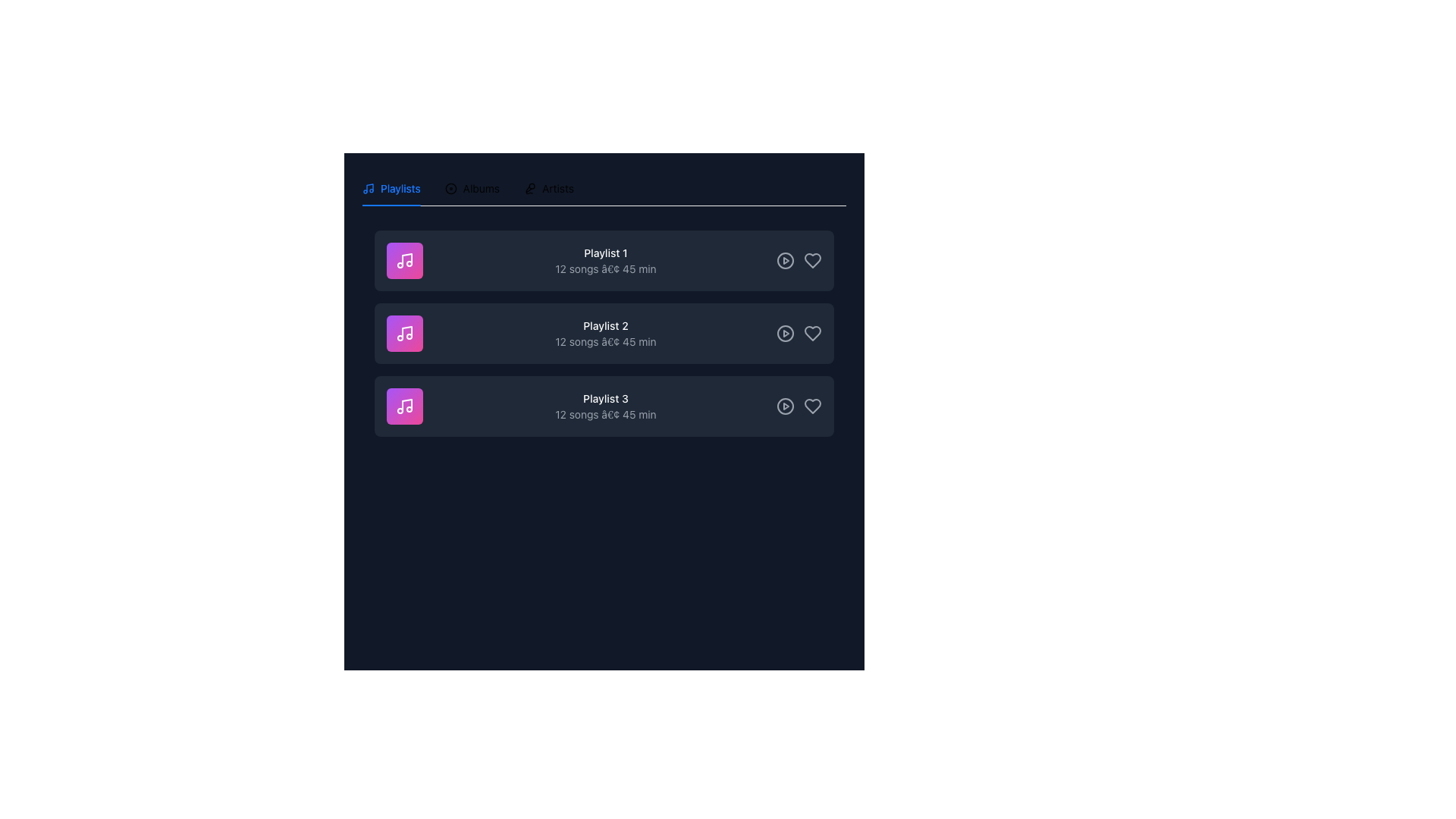 This screenshot has width=1456, height=819. Describe the element at coordinates (404, 406) in the screenshot. I see `the graphical icon representing 'Playlist 3' located to the left of the text 'Playlist 3'` at that location.